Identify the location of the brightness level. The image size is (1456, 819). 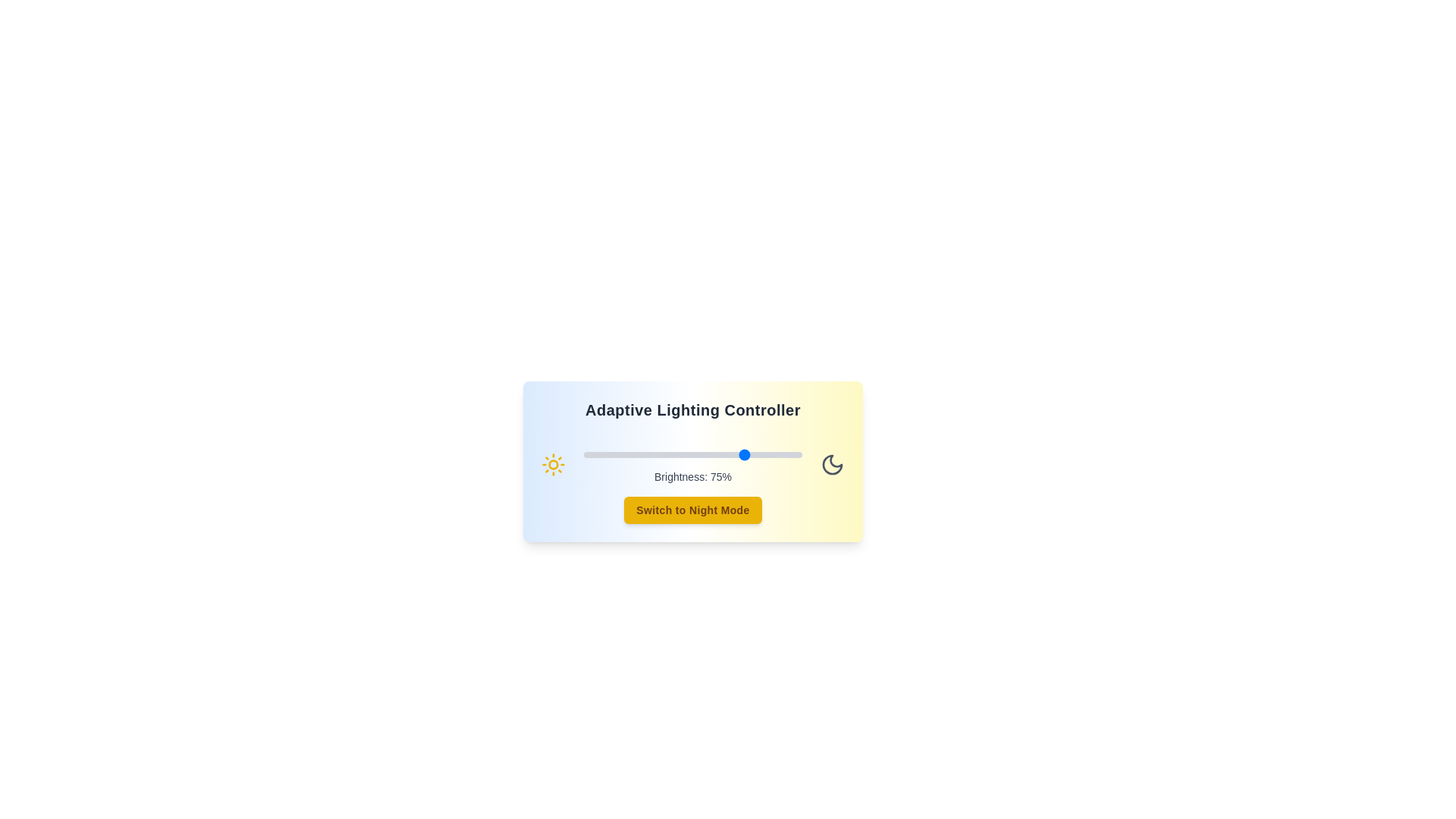
(763, 454).